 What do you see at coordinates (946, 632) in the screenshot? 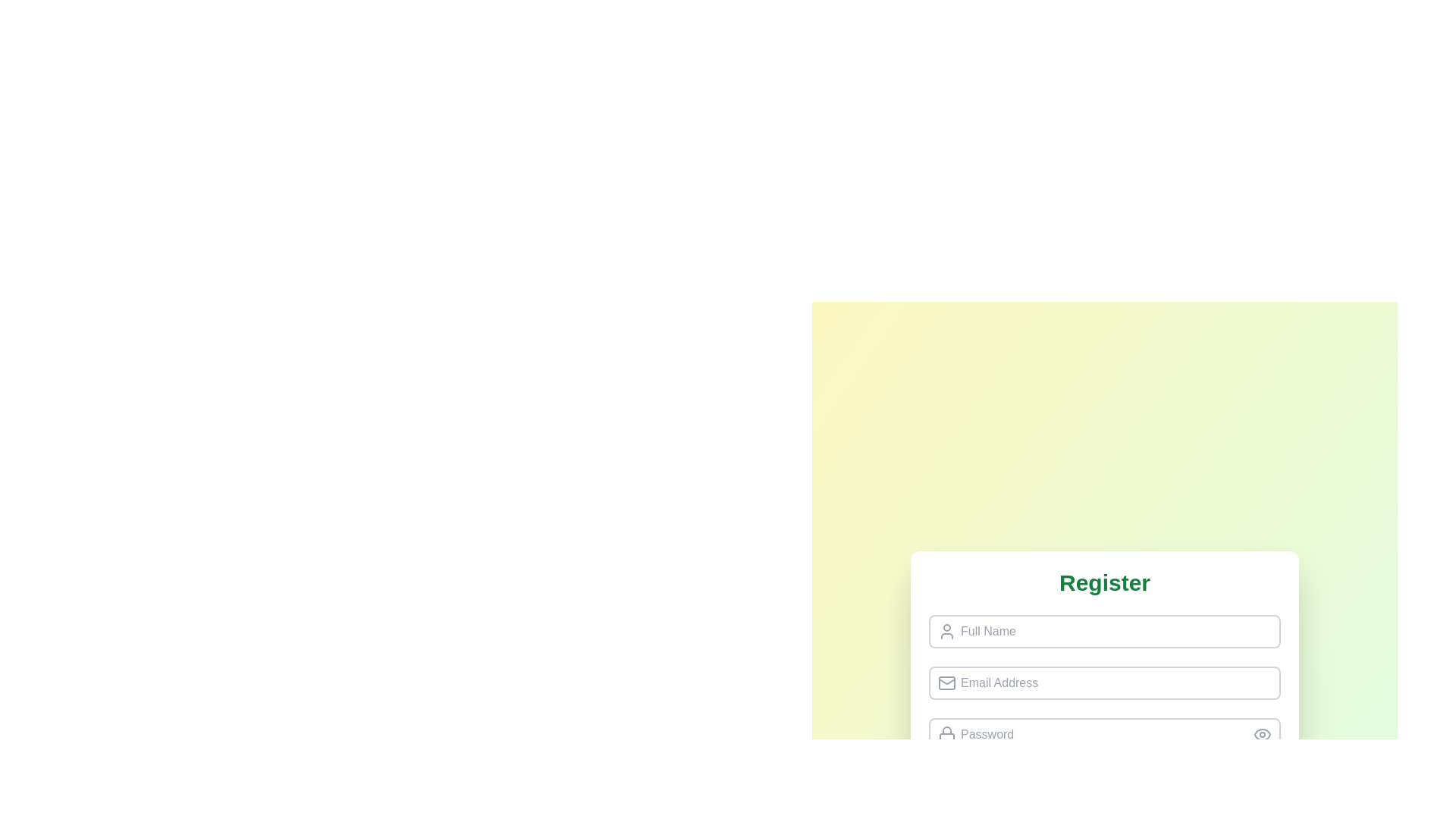
I see `the decorative icon associated with the 'Full Name' input field, positioned to the far left of the input field and vertically centered` at bounding box center [946, 632].